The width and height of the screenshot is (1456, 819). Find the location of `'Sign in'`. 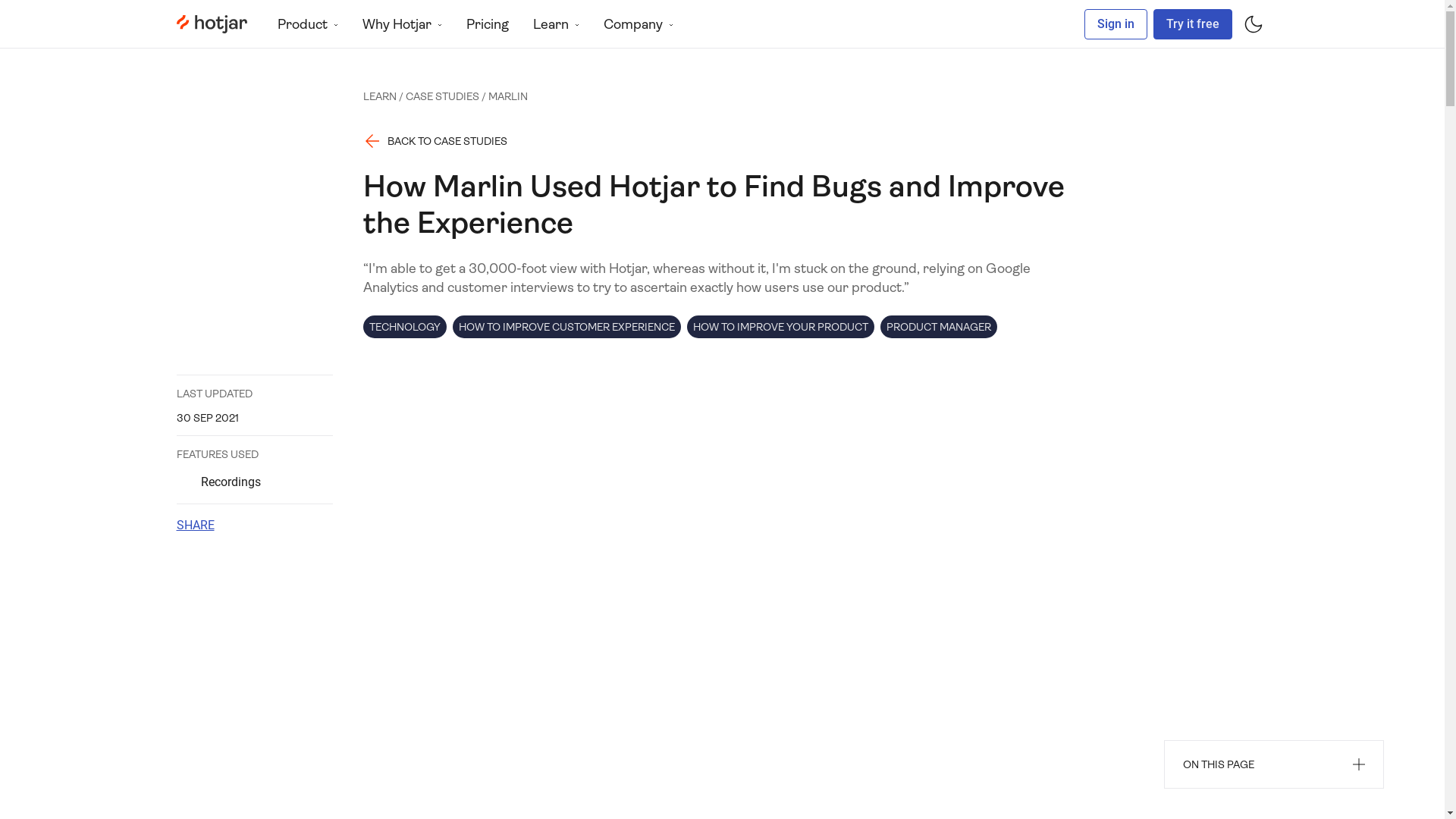

'Sign in' is located at coordinates (1116, 24).